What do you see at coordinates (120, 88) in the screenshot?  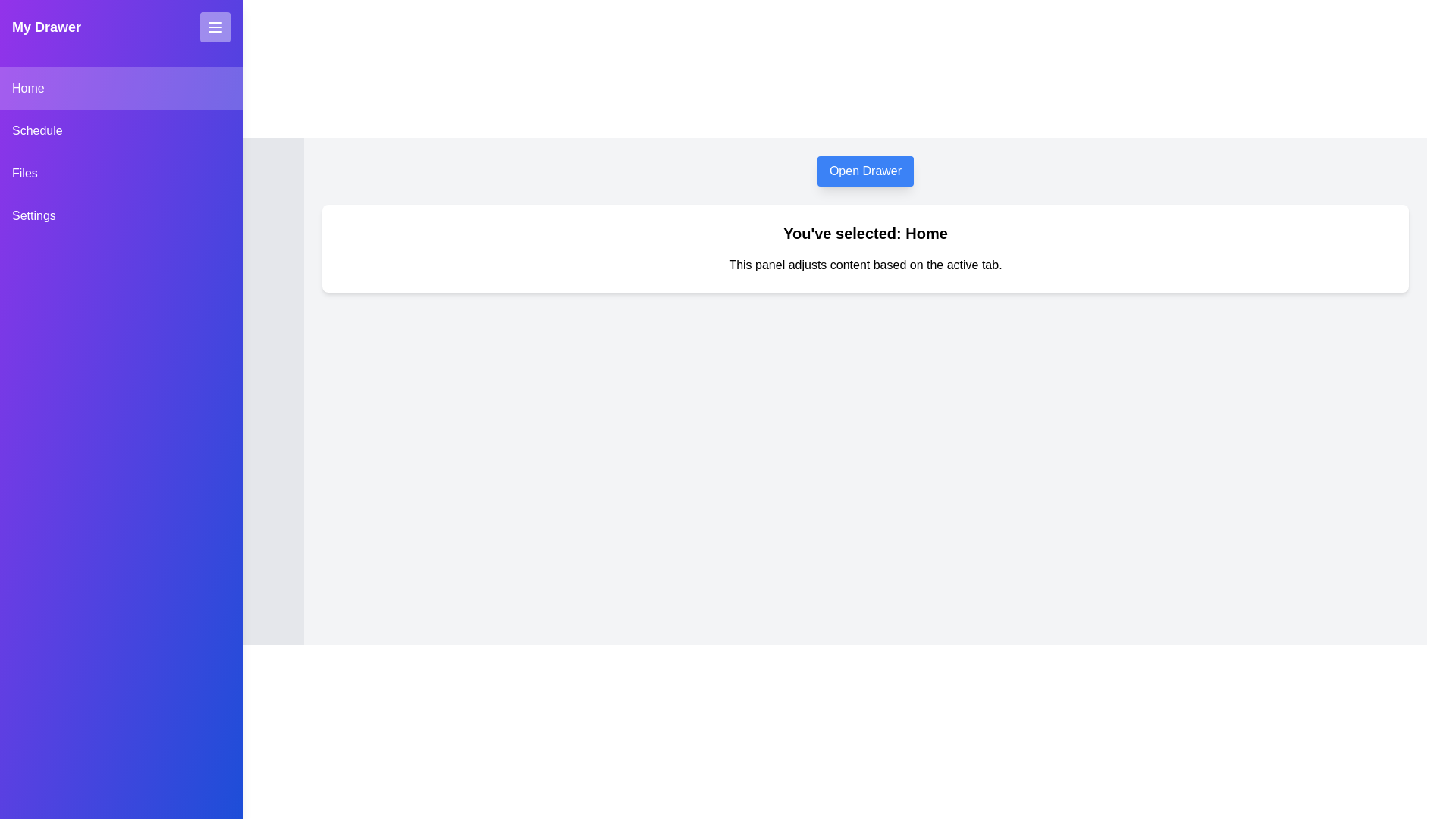 I see `the Home tab from the drawer menu` at bounding box center [120, 88].